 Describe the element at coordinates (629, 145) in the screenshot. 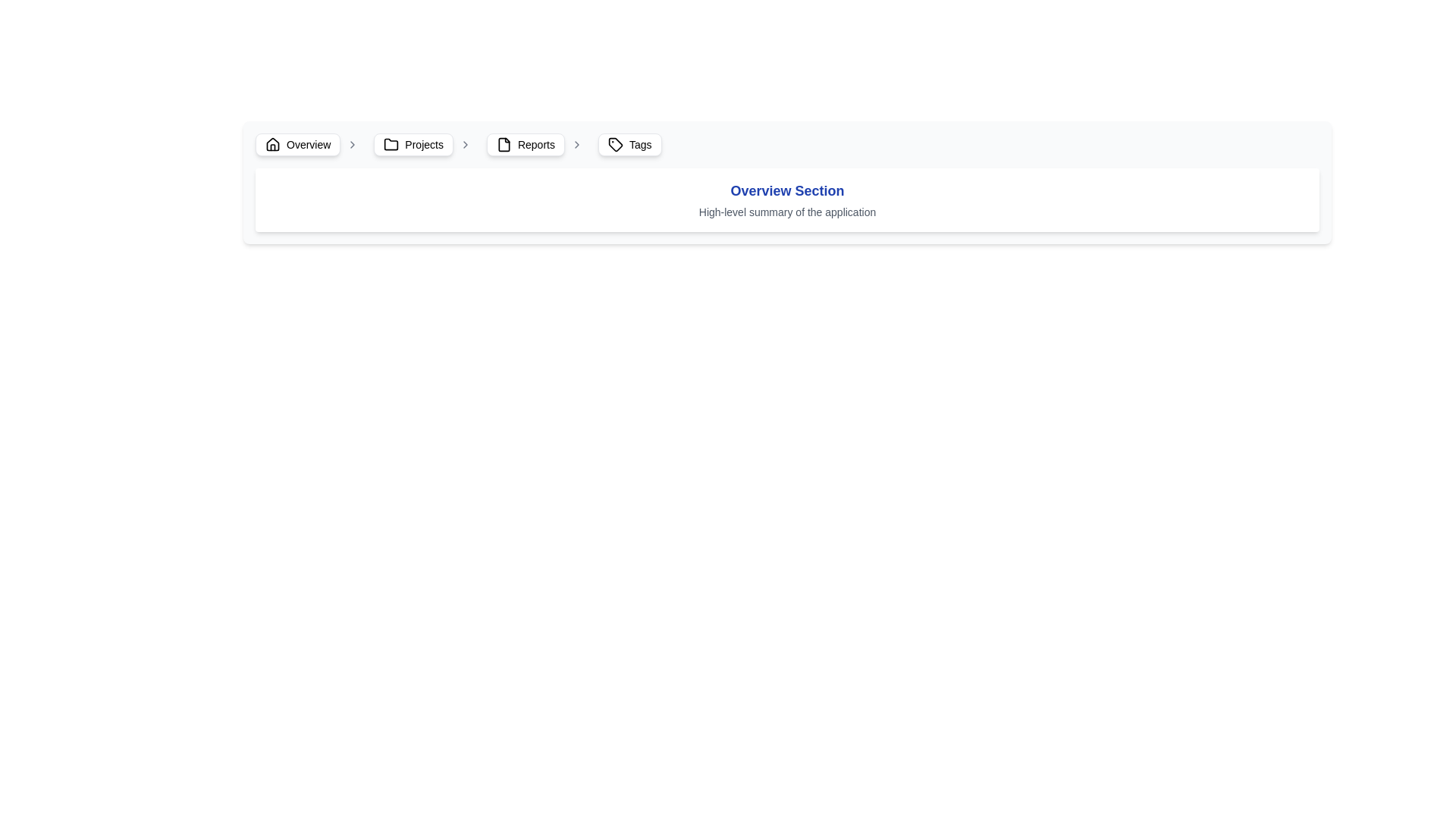

I see `the fourth button in the horizontal navigation menu` at that location.